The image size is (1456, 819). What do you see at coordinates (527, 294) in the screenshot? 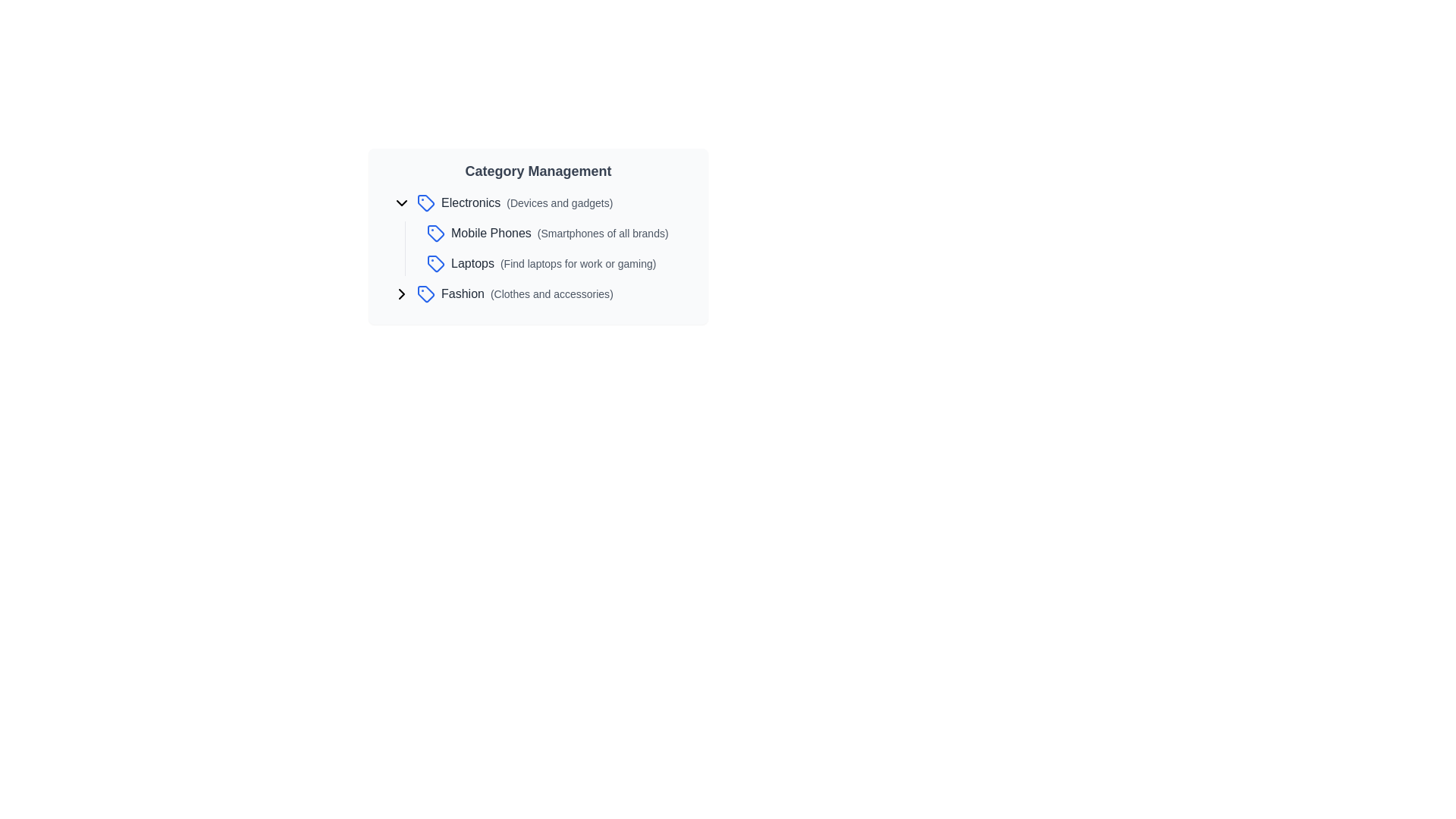
I see `the Text Label with Description for the 'Fashion' category in the 'Category Management' list, positioned below 'Laptops' and above additional categories` at bounding box center [527, 294].